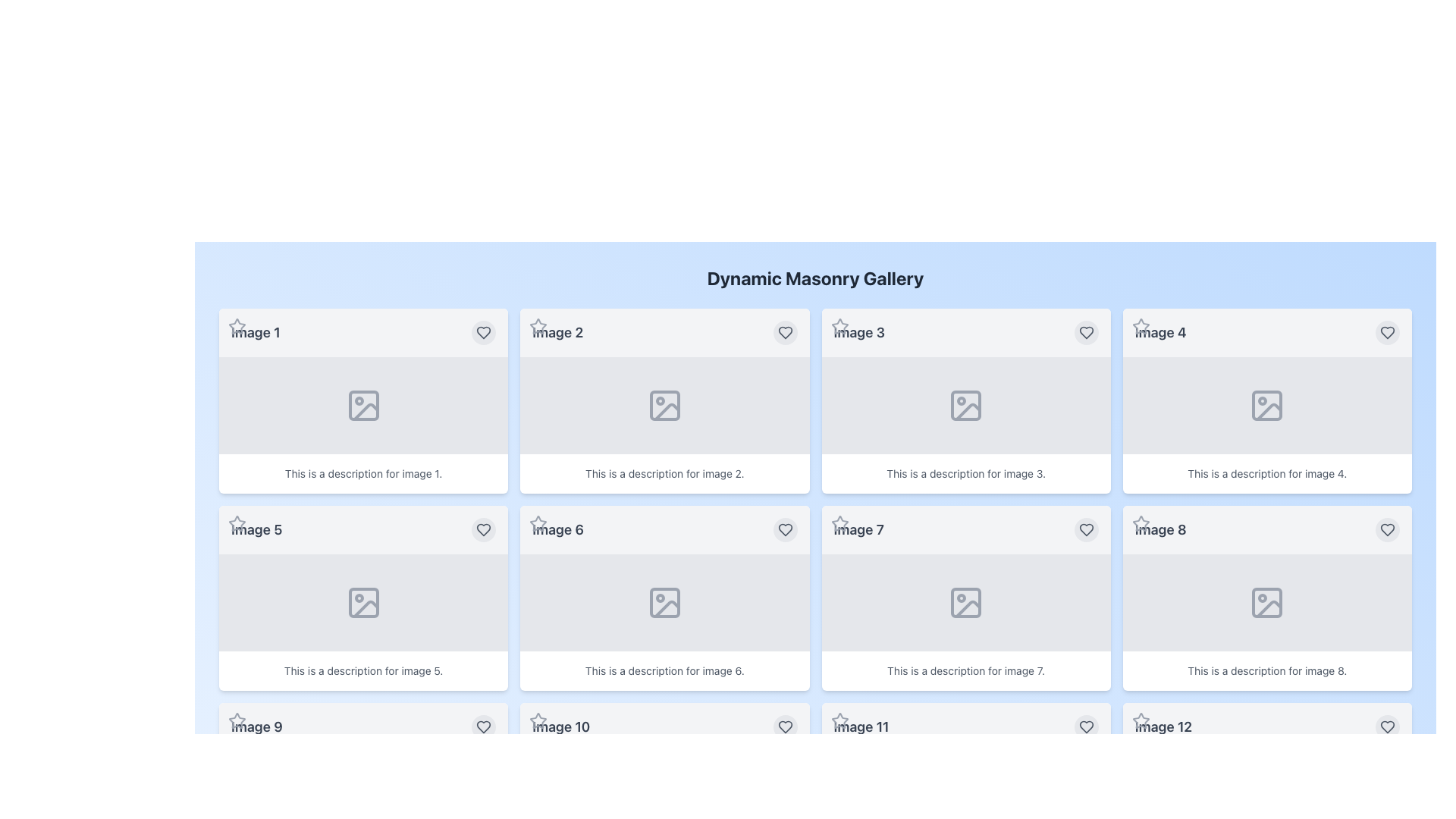 This screenshot has width=1456, height=819. I want to click on the circular button with a heart-shaped icon in the top right corner of the card labeled 'Image 1' to like or favorite the image, so click(483, 332).